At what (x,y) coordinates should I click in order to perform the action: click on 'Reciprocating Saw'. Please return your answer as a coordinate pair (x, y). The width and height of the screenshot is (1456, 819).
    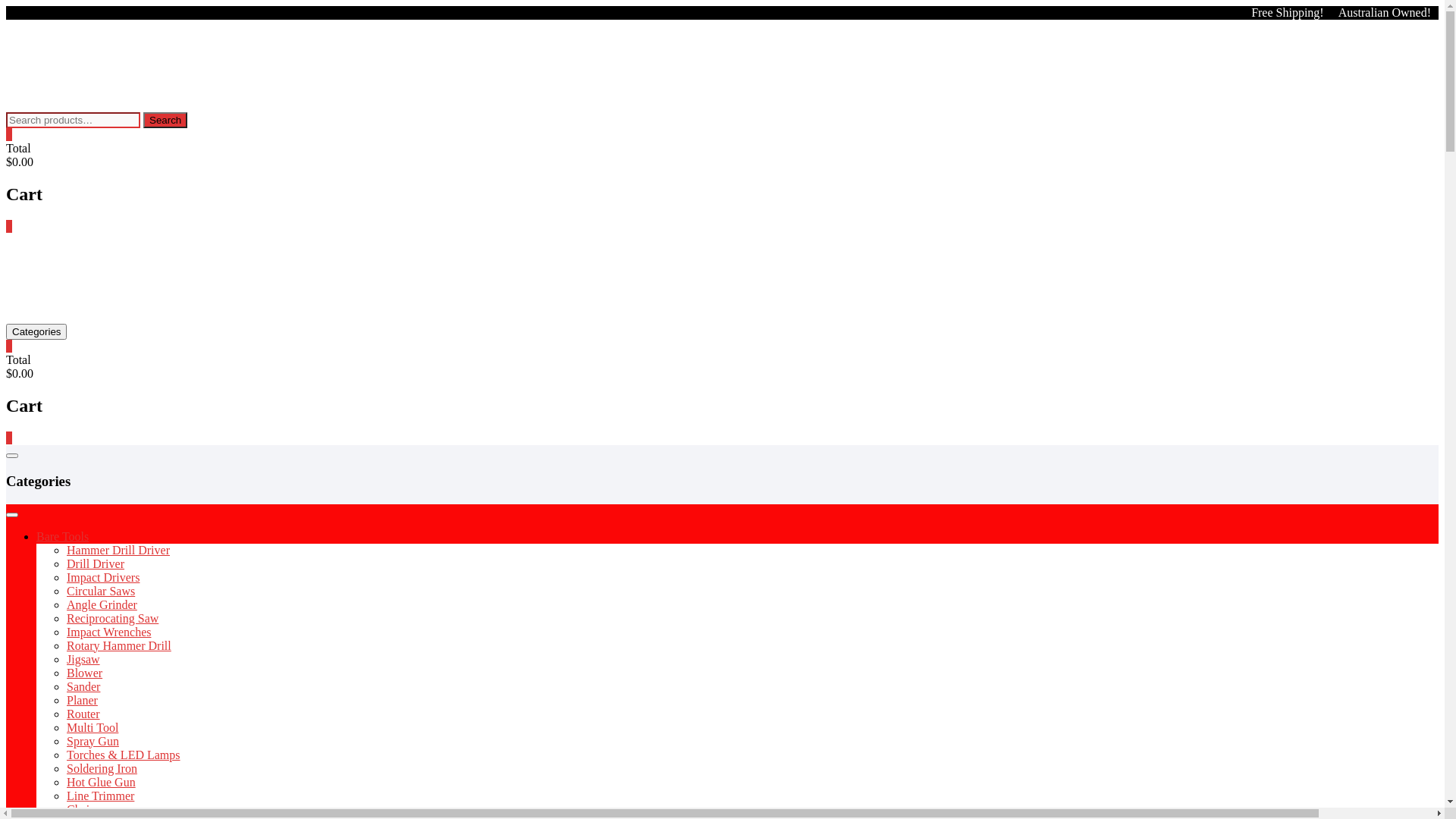
    Looking at the image, I should click on (111, 618).